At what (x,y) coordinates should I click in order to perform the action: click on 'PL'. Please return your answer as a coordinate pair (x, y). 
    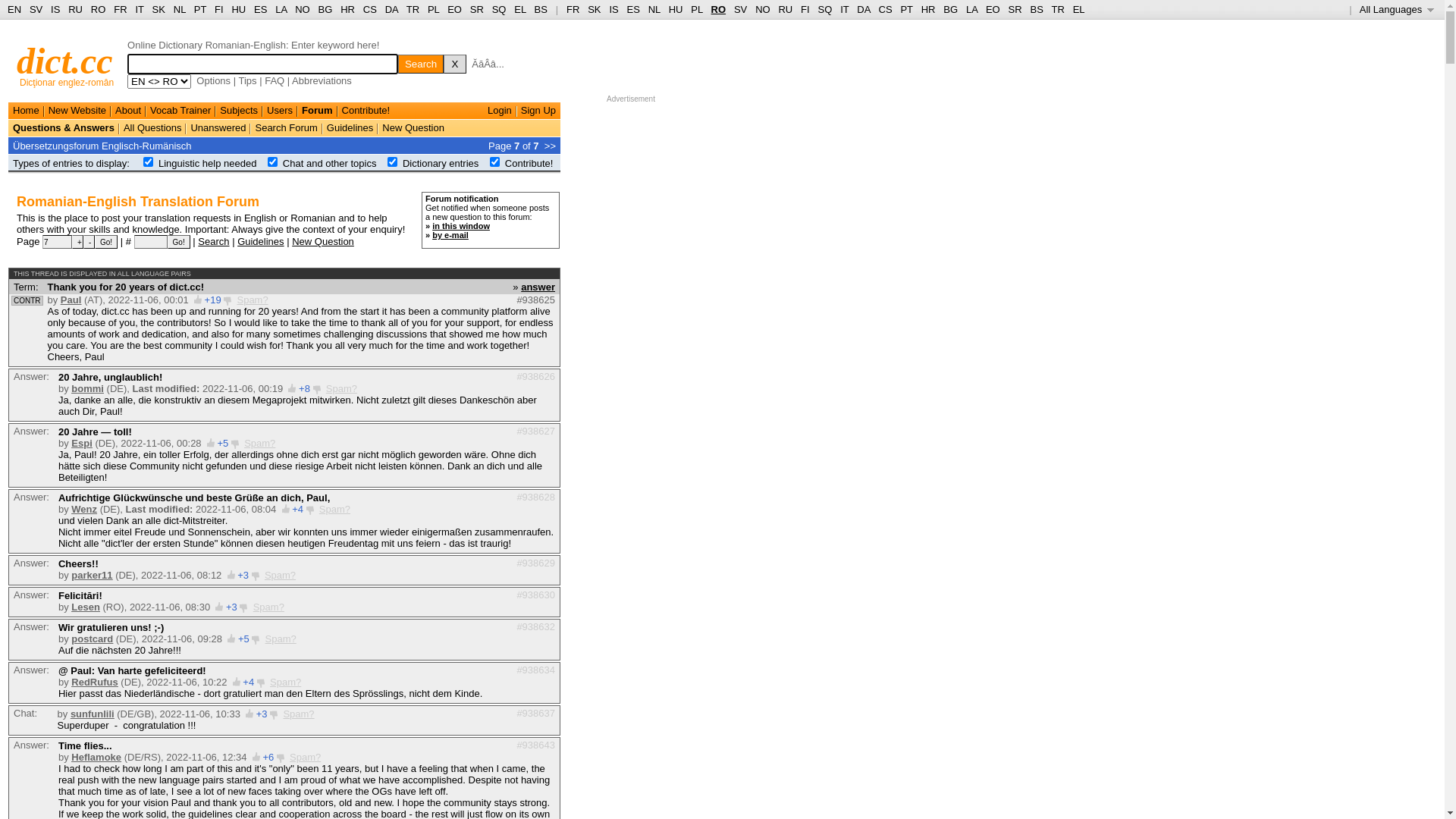
    Looking at the image, I should click on (695, 9).